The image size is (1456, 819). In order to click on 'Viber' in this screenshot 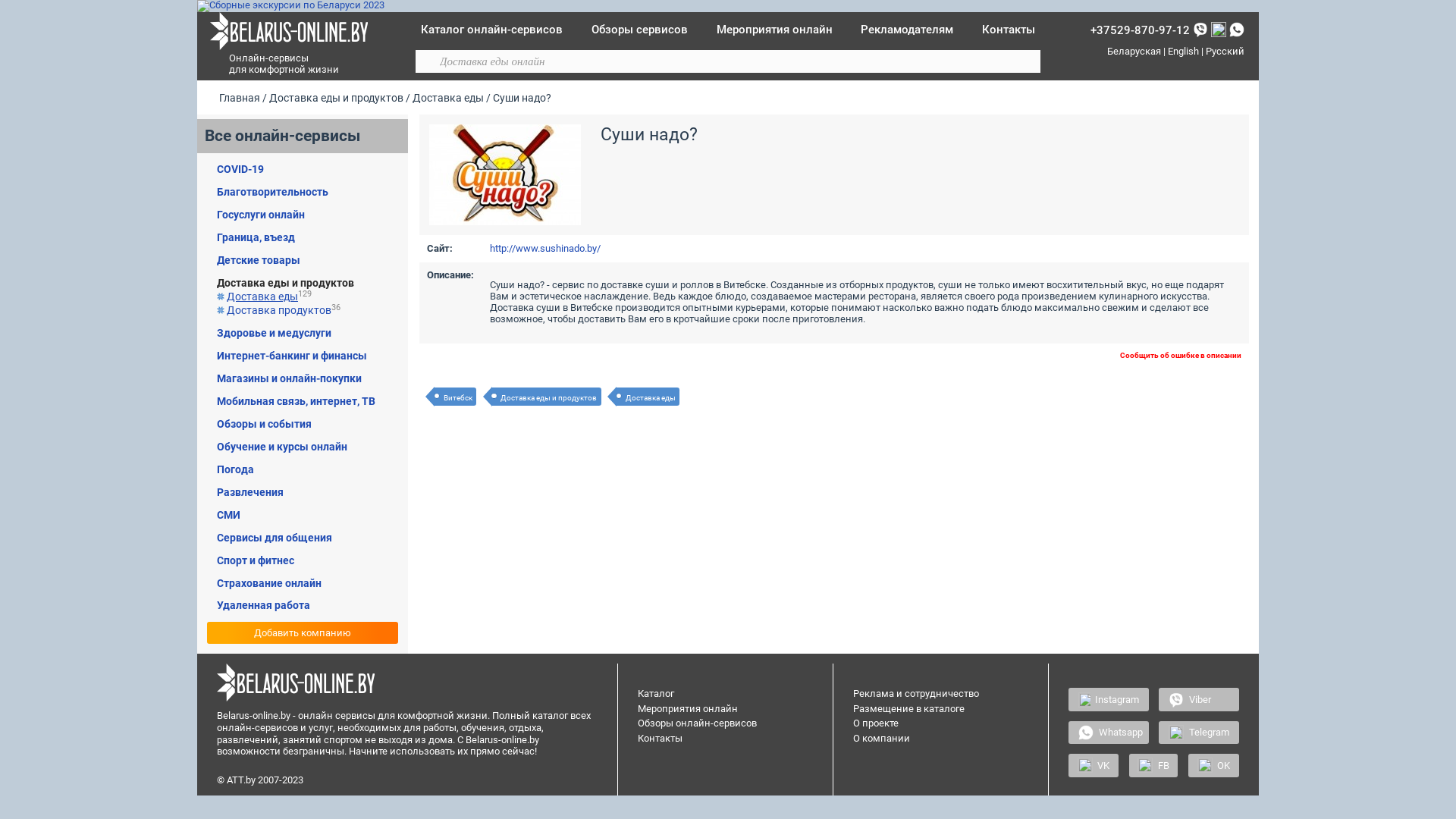, I will do `click(1197, 698)`.